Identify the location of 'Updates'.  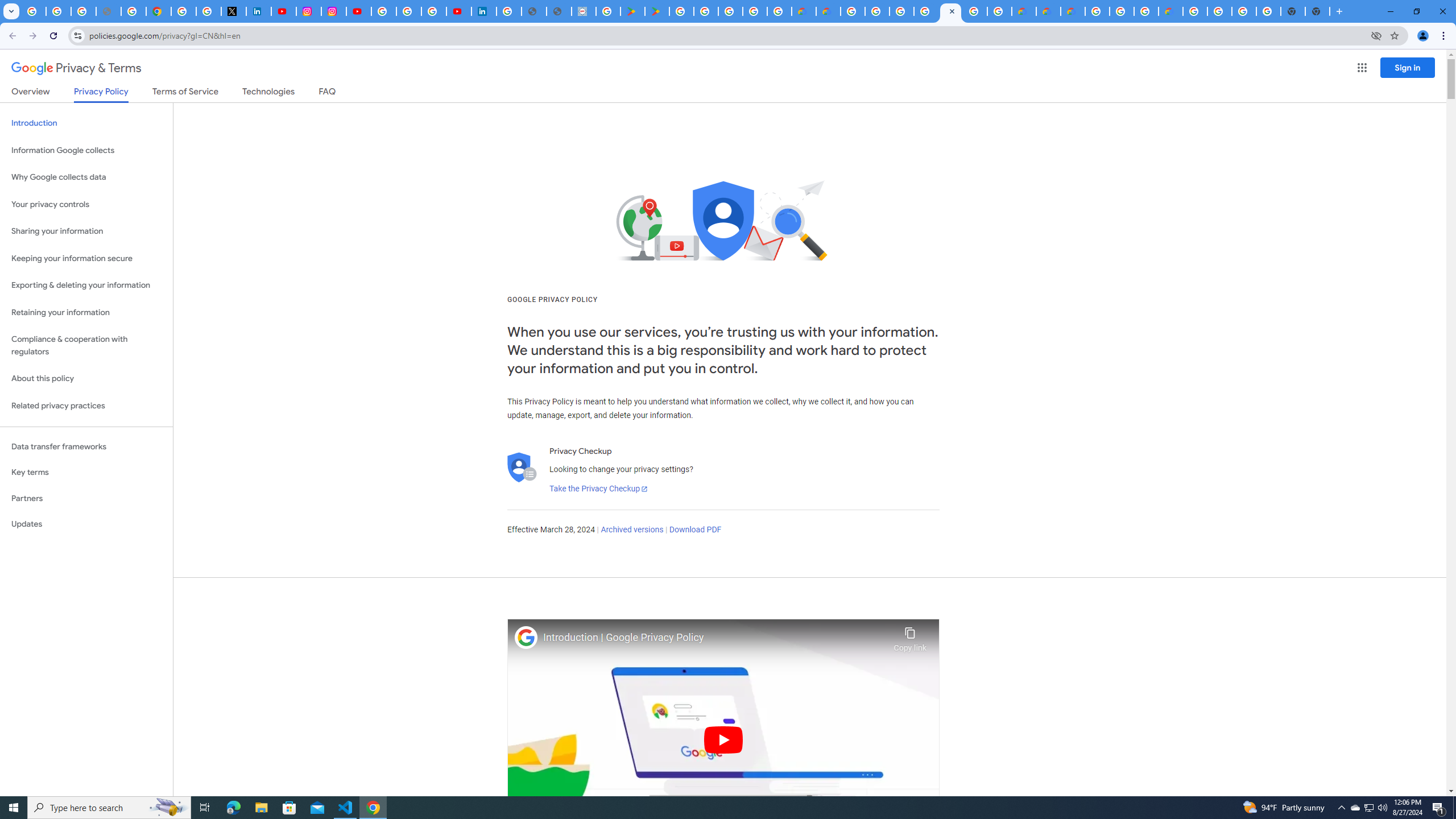
(86, 523).